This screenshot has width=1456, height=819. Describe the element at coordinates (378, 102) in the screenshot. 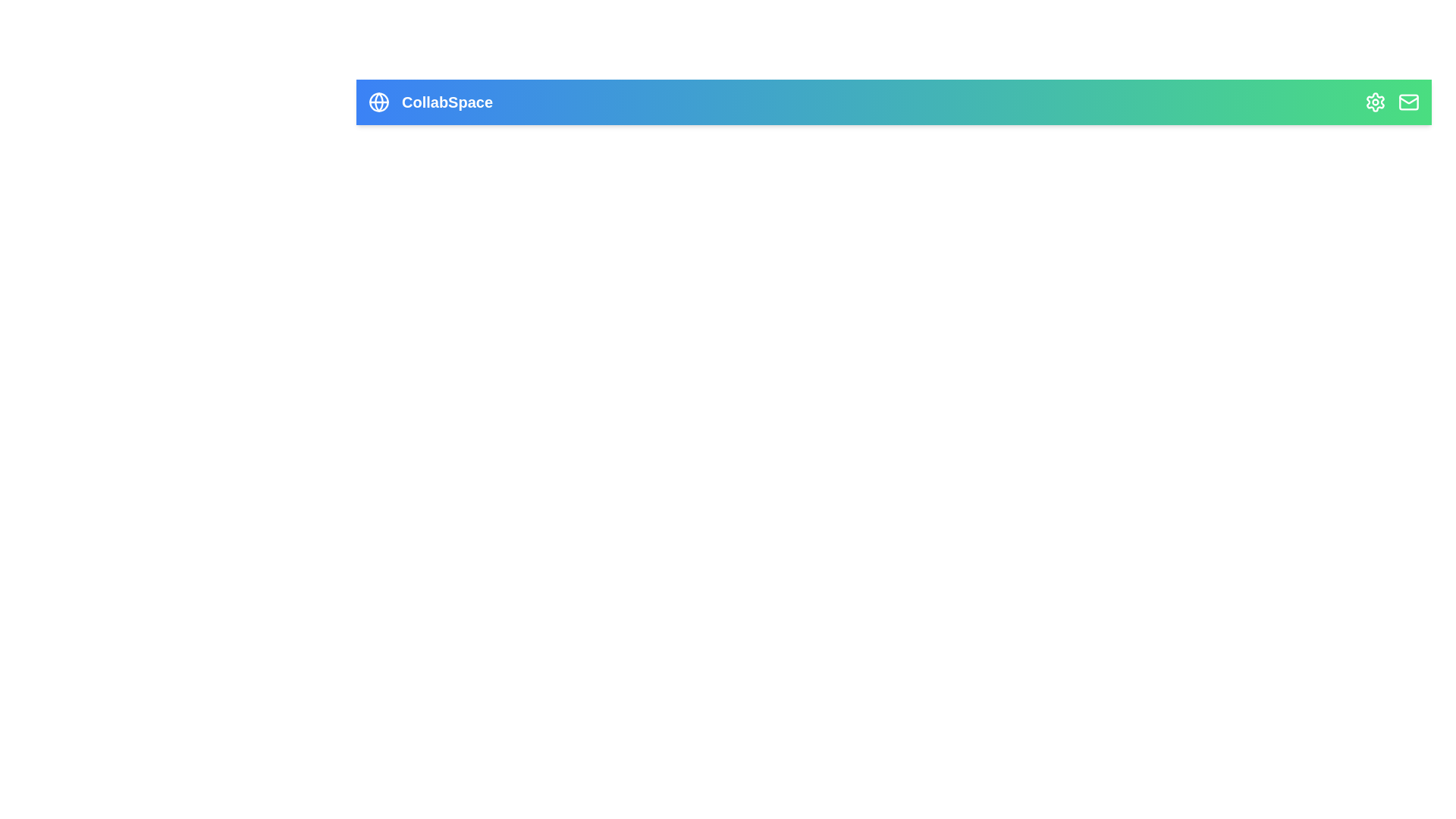

I see `the 'Globe' icon` at that location.